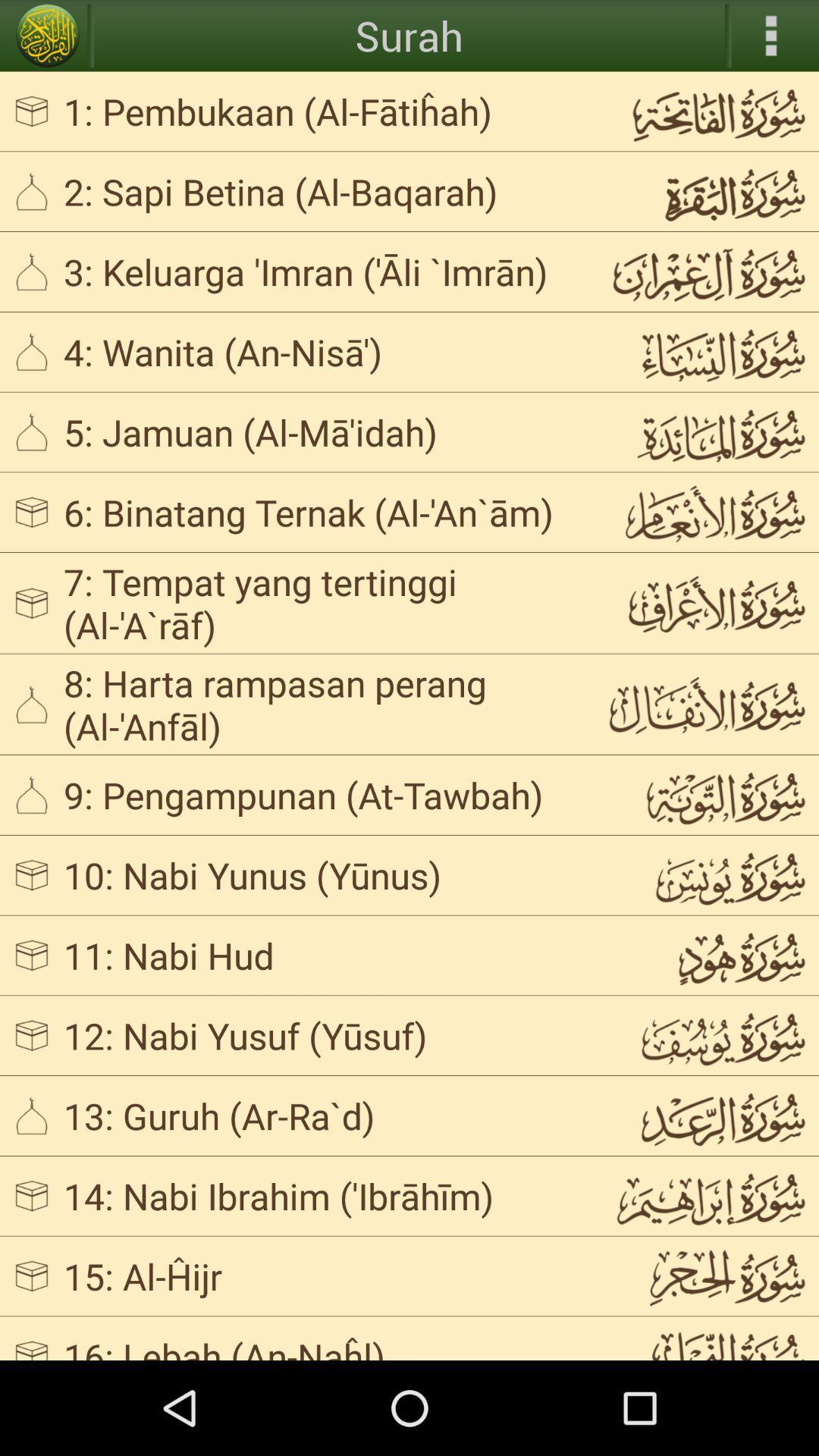  I want to click on 7 tempat yang item, so click(322, 602).